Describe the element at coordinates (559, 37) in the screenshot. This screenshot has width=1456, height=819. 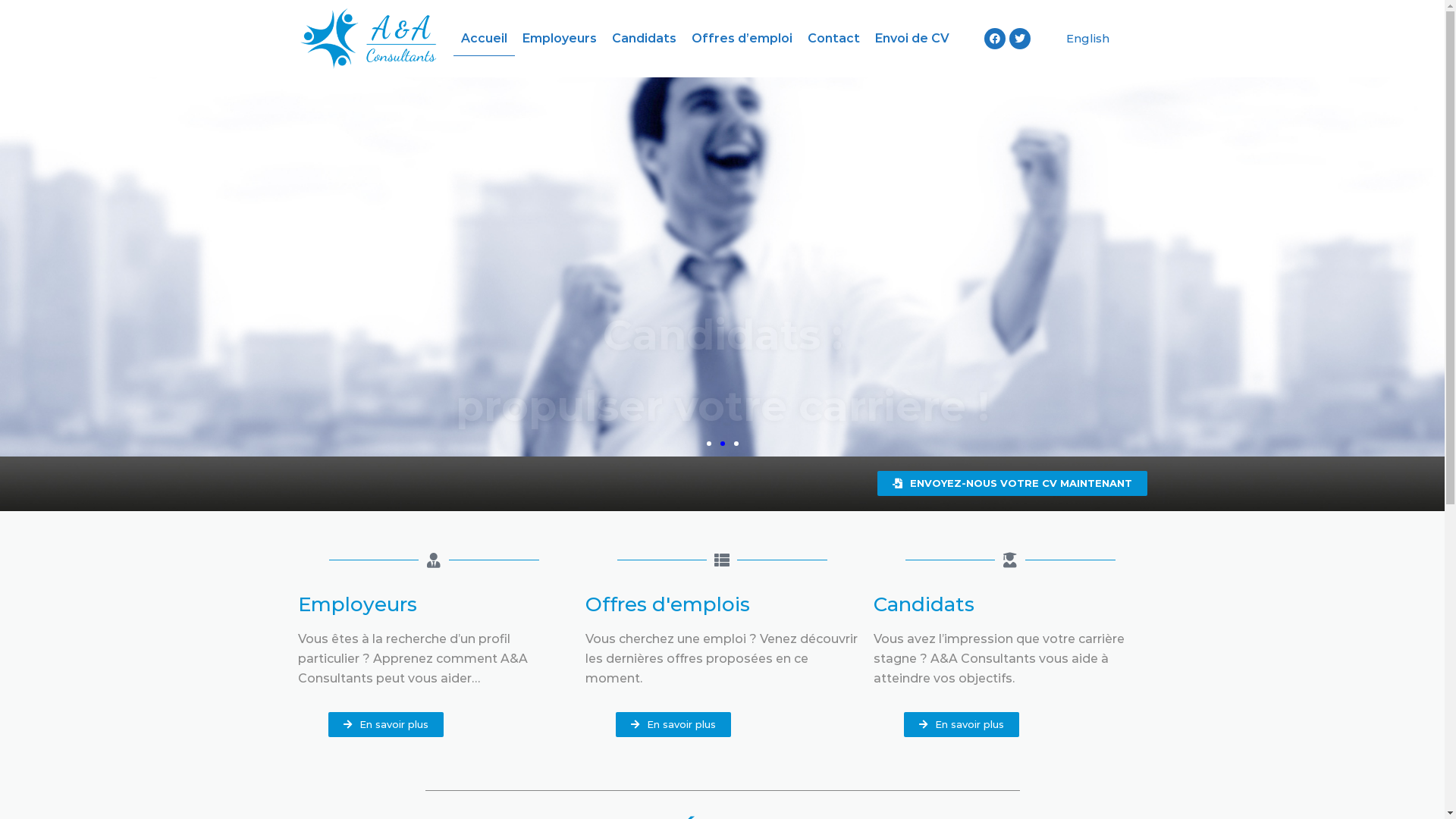
I see `'Employeurs'` at that location.